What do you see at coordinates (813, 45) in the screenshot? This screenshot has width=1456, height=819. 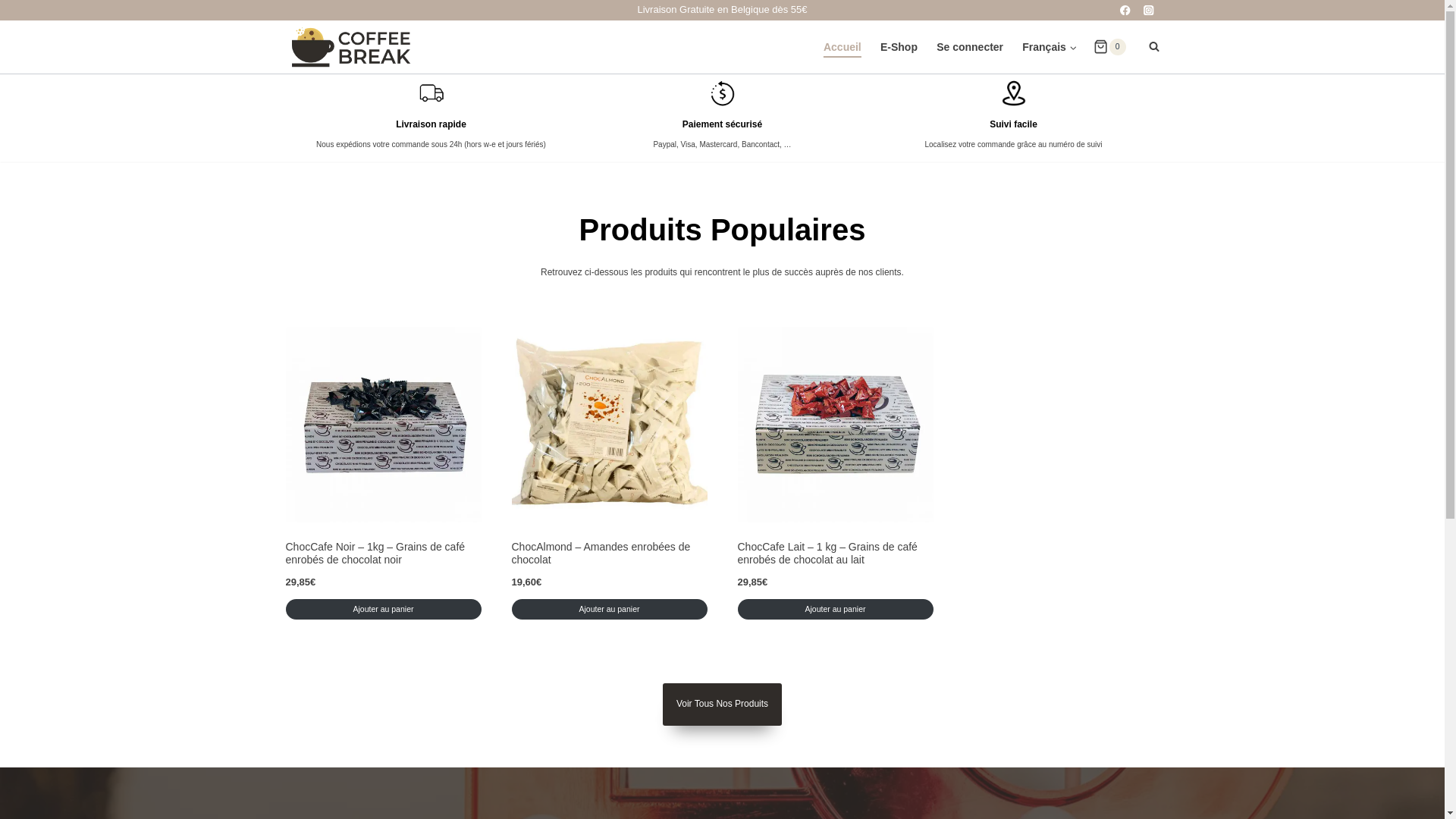 I see `'Accueil'` at bounding box center [813, 45].